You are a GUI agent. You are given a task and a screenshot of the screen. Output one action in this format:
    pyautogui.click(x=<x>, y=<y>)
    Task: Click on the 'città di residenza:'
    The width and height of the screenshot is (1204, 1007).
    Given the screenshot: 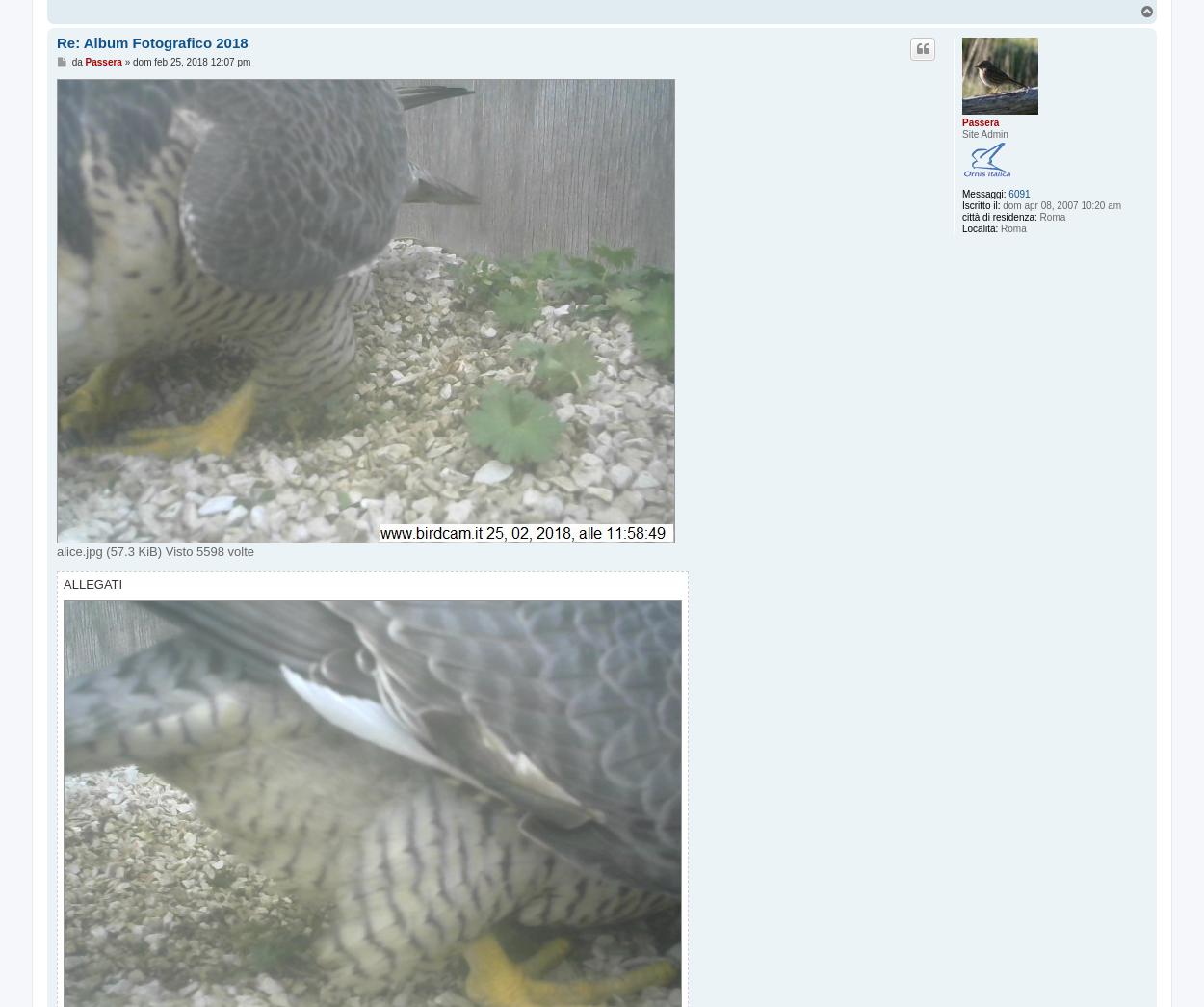 What is the action you would take?
    pyautogui.click(x=999, y=217)
    